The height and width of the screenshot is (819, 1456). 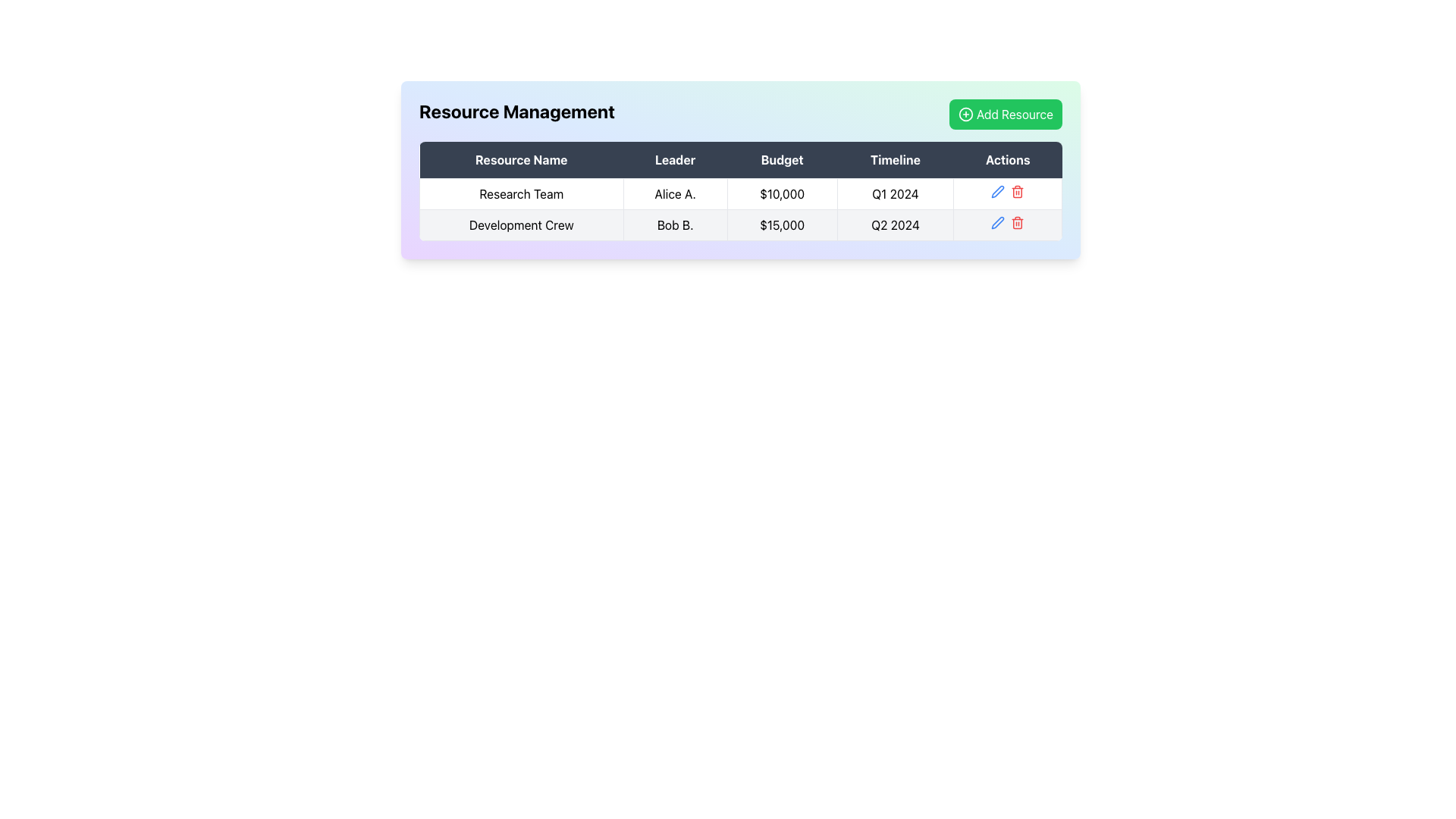 I want to click on the 'Edit' button in the 'Actions' column of the 'Development Crew' row, so click(x=998, y=191).